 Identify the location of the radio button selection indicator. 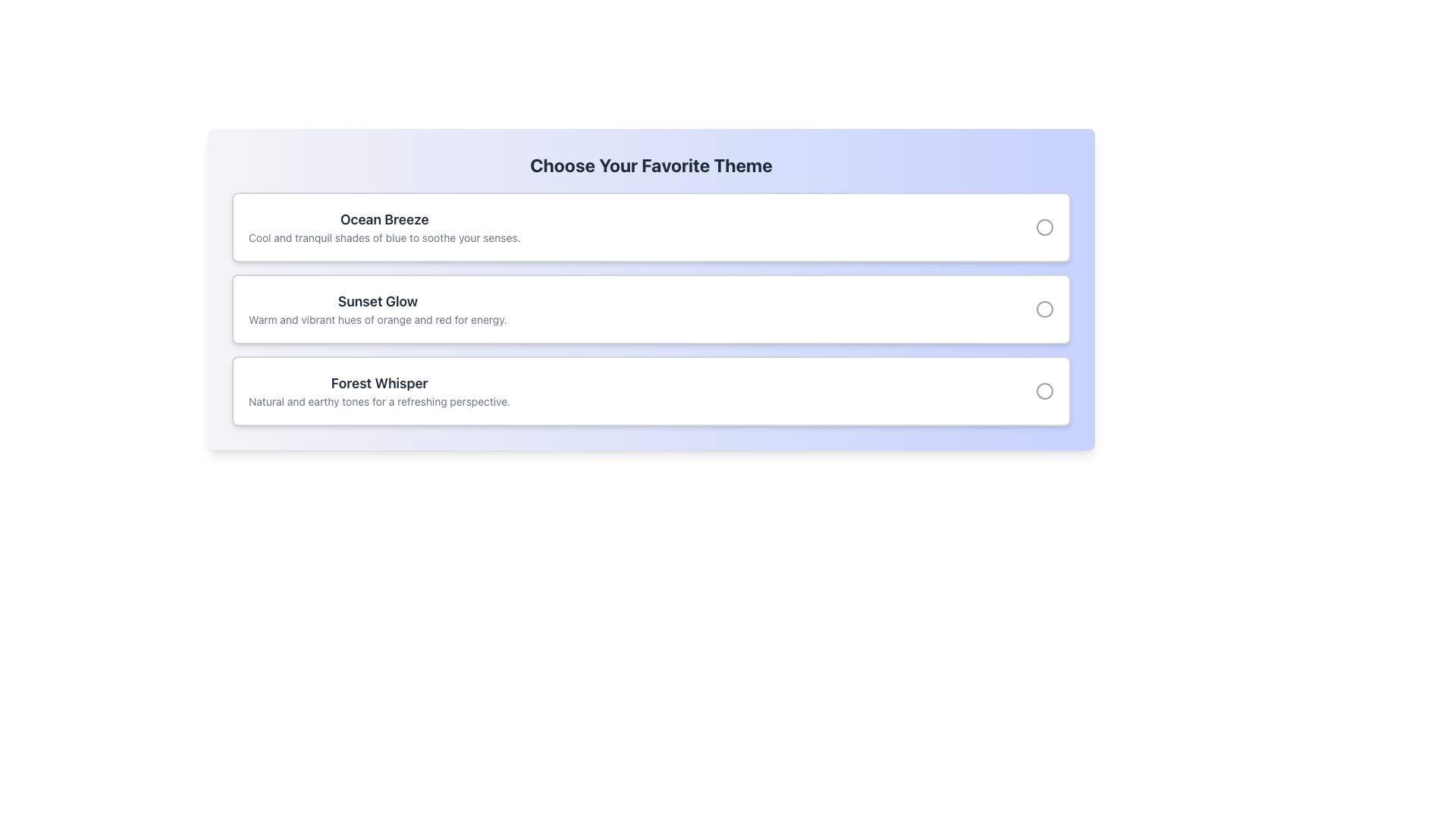
(1043, 309).